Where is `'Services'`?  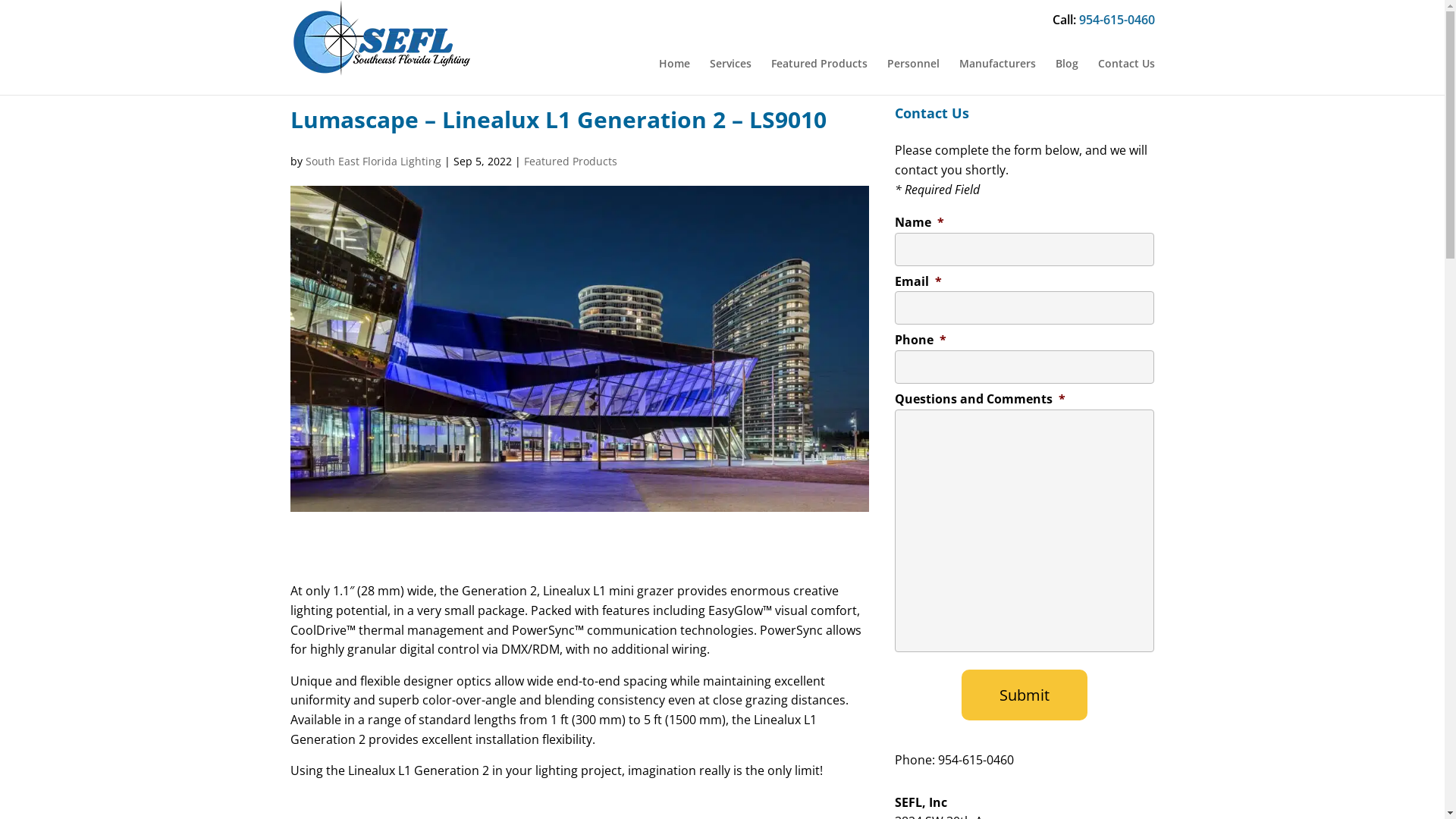
'Services' is located at coordinates (730, 63).